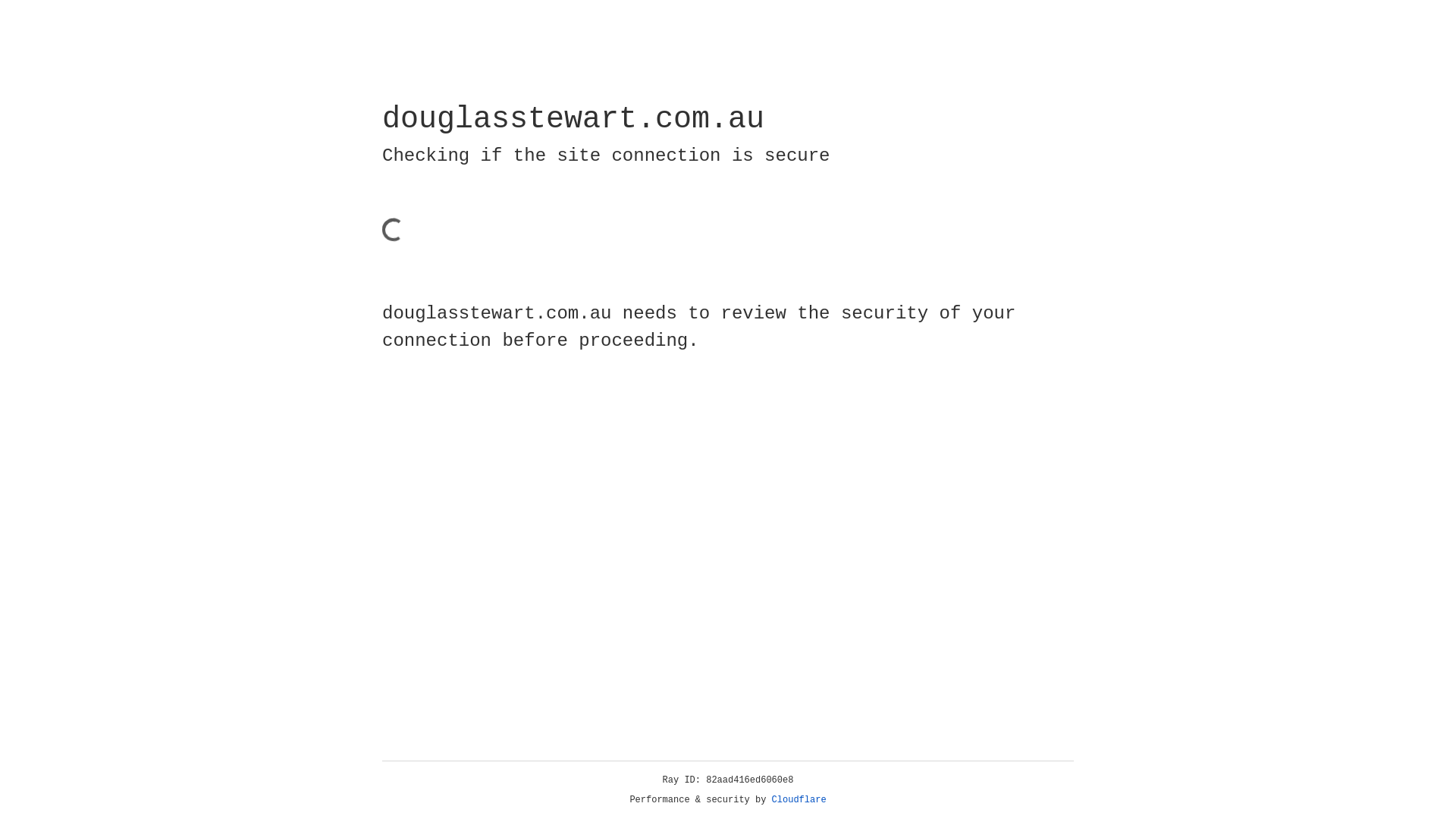 The width and height of the screenshot is (1456, 819). What do you see at coordinates (799, 799) in the screenshot?
I see `'Cloudflare'` at bounding box center [799, 799].